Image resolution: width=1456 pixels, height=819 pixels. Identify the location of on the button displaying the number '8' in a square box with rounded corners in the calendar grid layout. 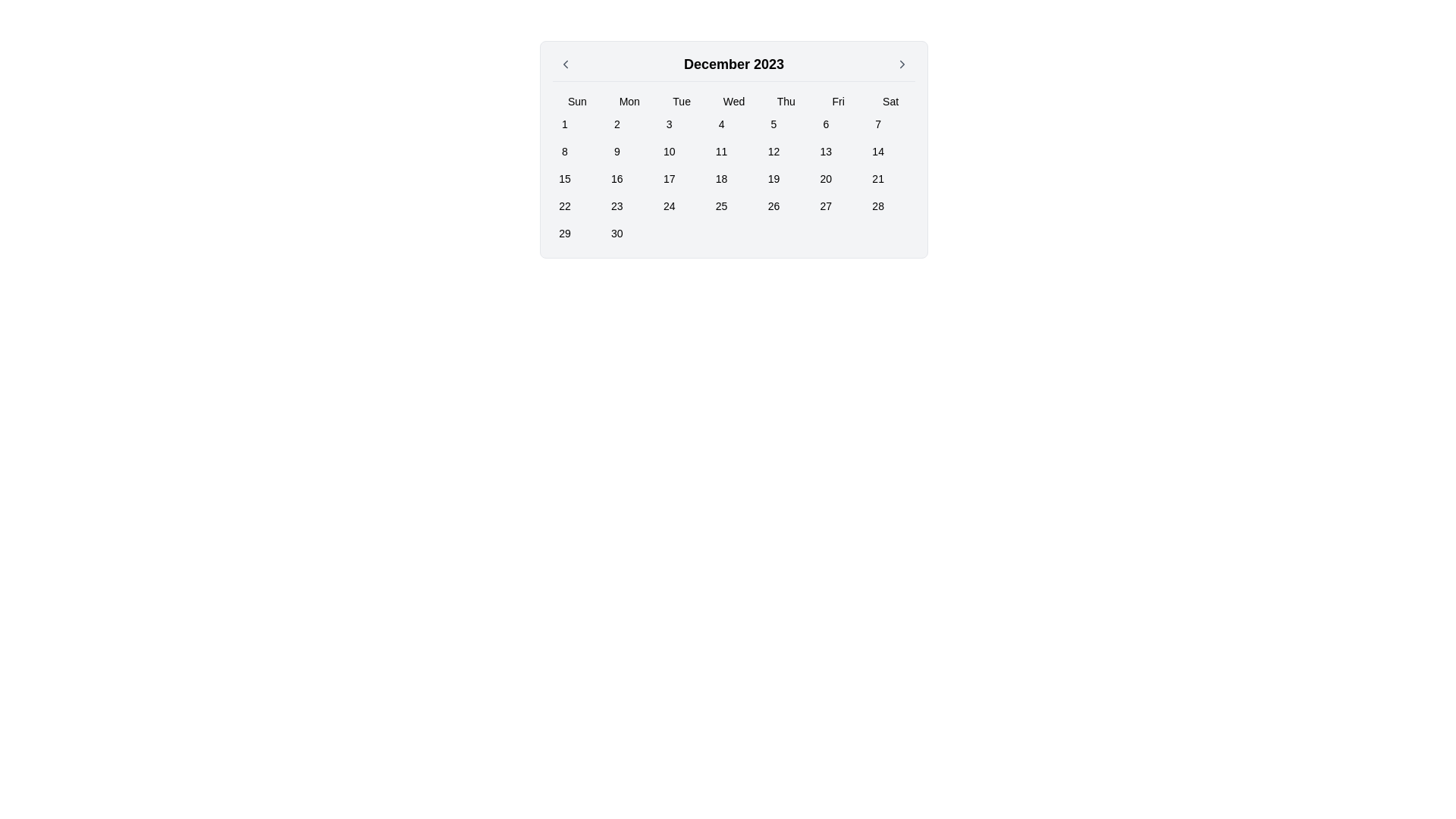
(563, 152).